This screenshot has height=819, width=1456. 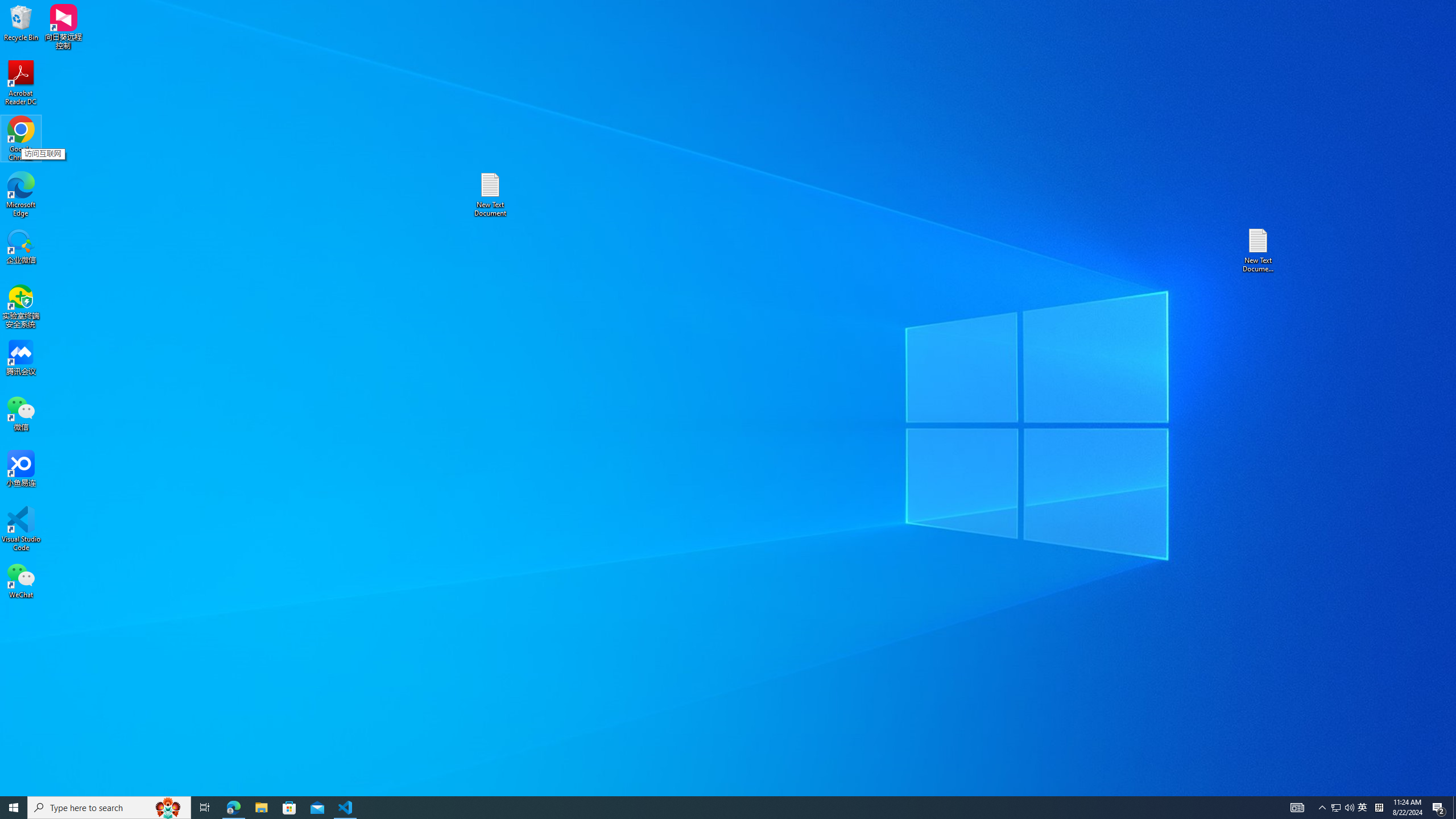 I want to click on 'Action Center, 2 new notifications', so click(x=1439, y=806).